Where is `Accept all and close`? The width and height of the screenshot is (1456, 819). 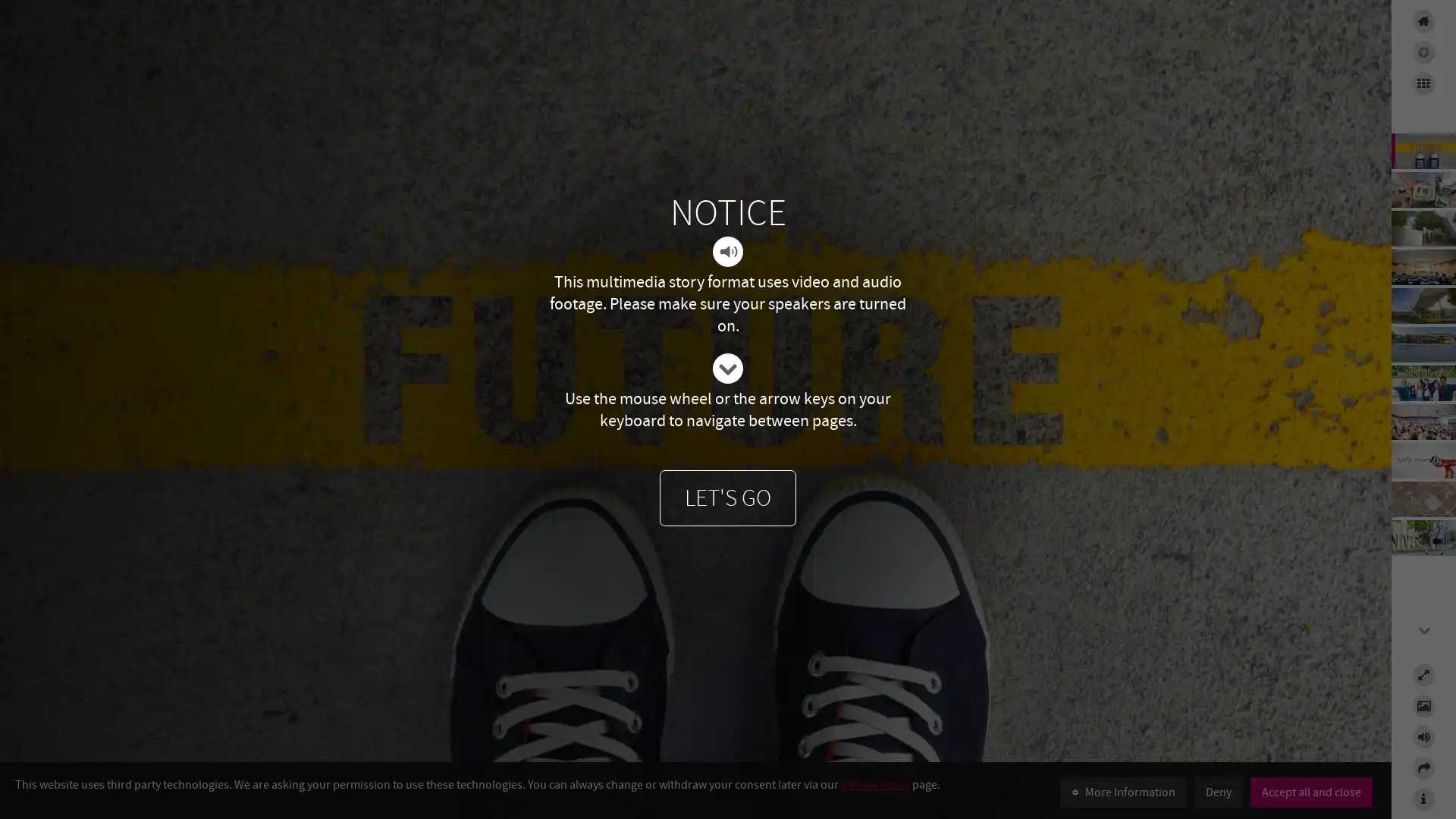
Accept all and close is located at coordinates (1310, 792).